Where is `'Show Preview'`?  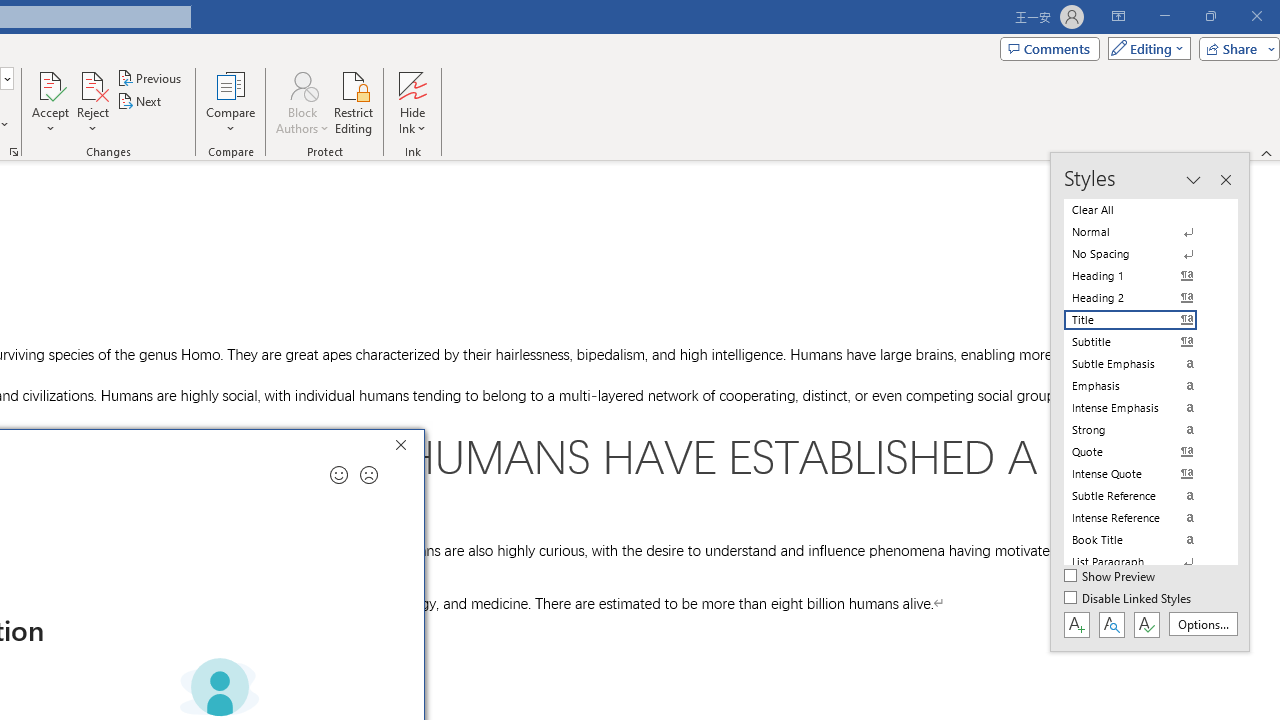 'Show Preview' is located at coordinates (1110, 577).